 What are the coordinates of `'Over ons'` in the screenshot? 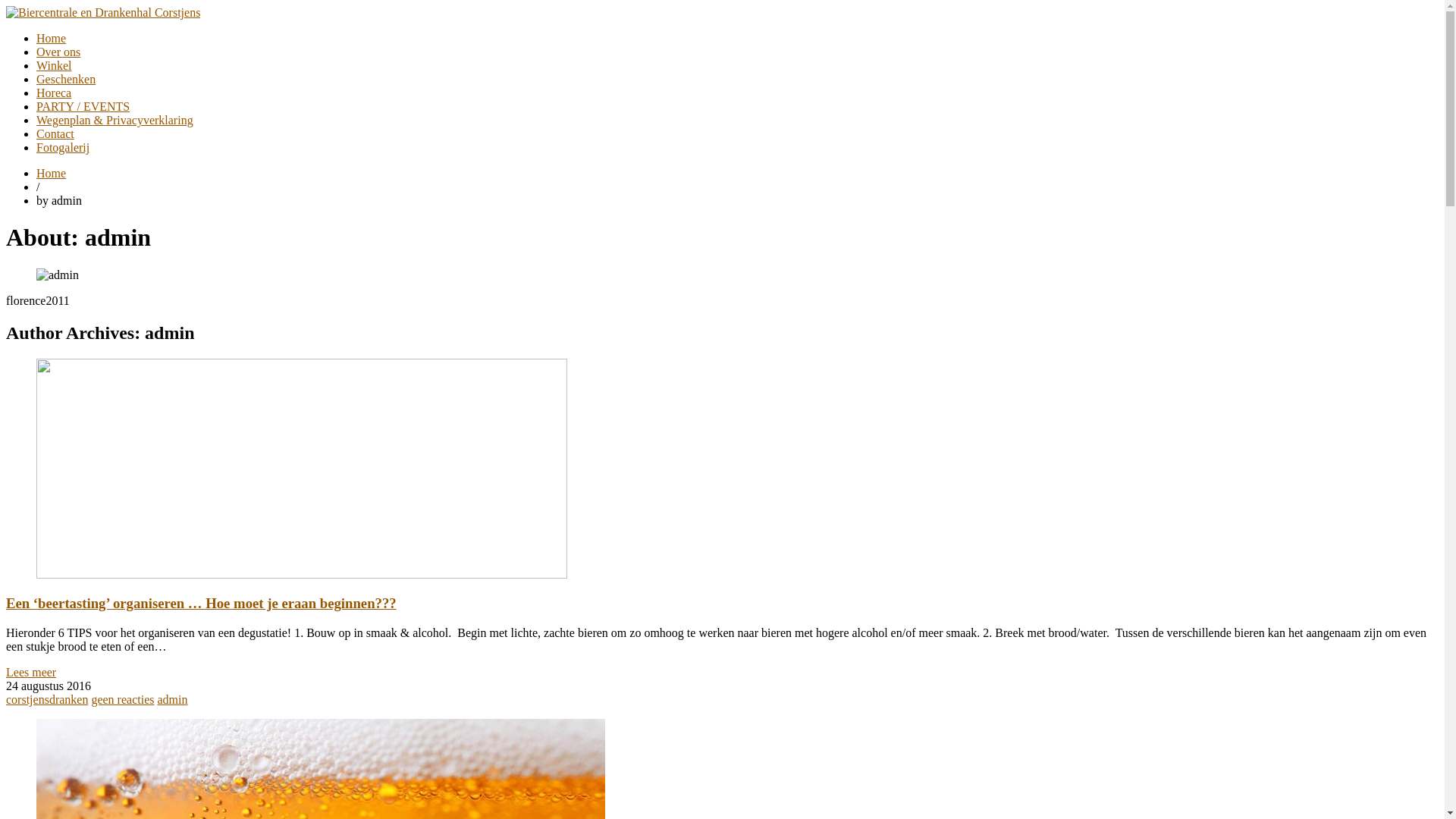 It's located at (58, 51).